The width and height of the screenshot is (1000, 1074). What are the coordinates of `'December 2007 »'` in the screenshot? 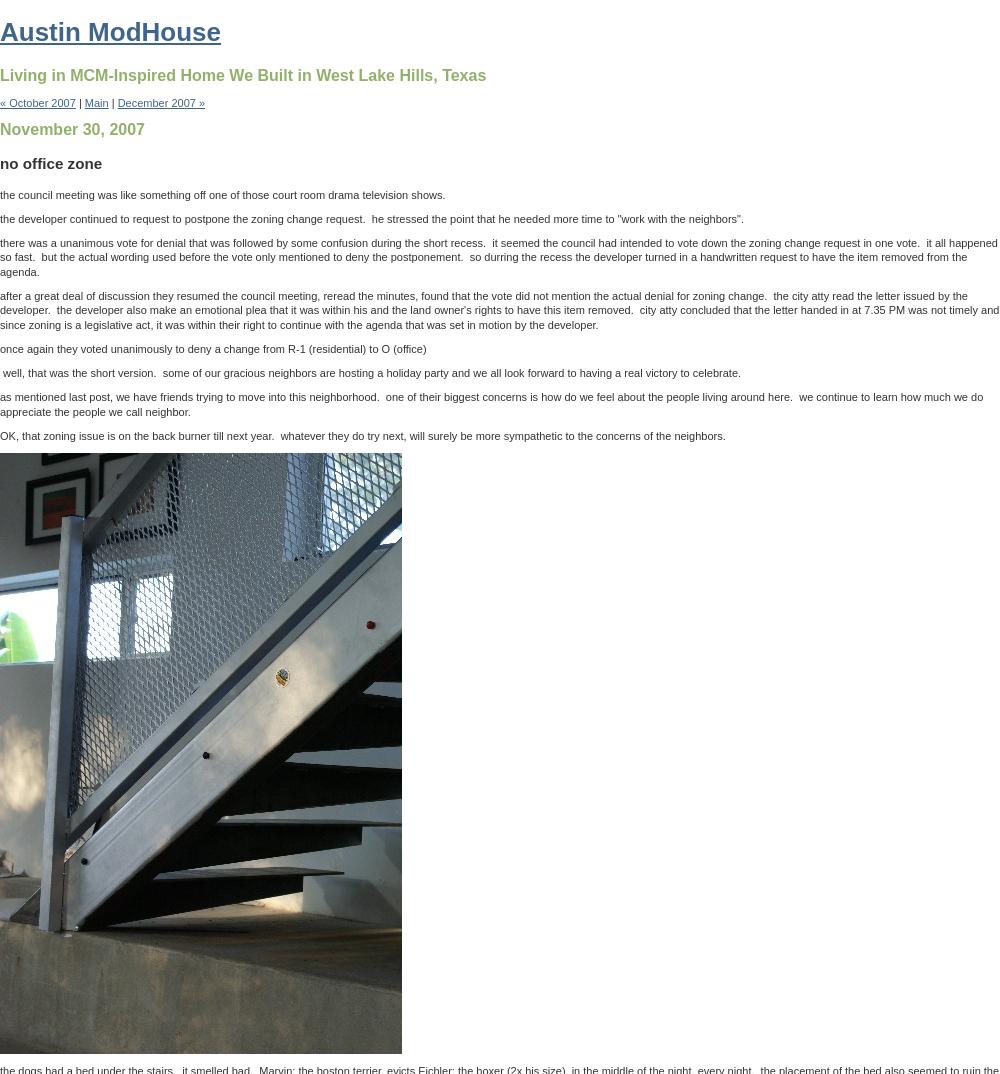 It's located at (161, 102).